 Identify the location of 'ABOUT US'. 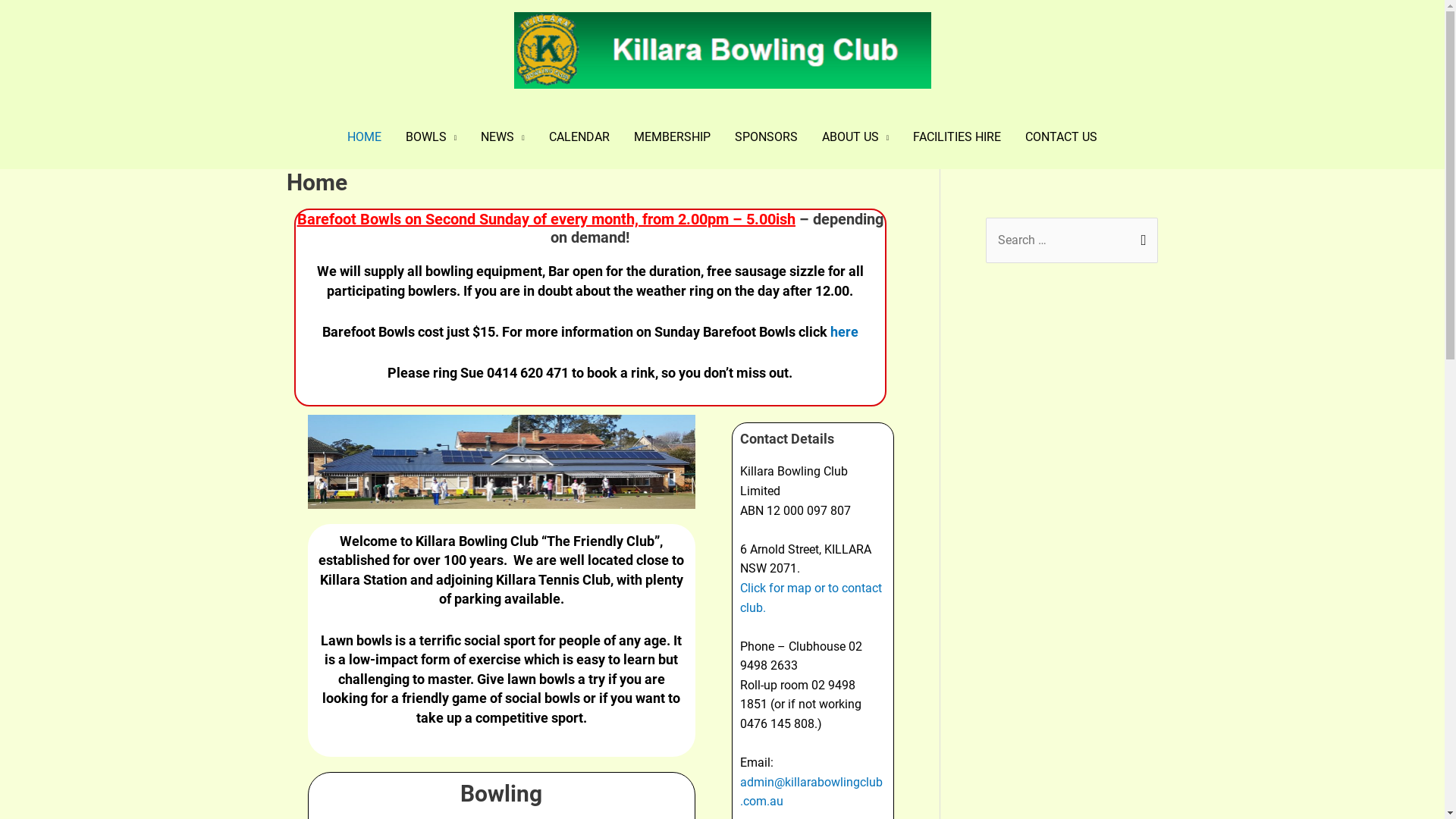
(855, 137).